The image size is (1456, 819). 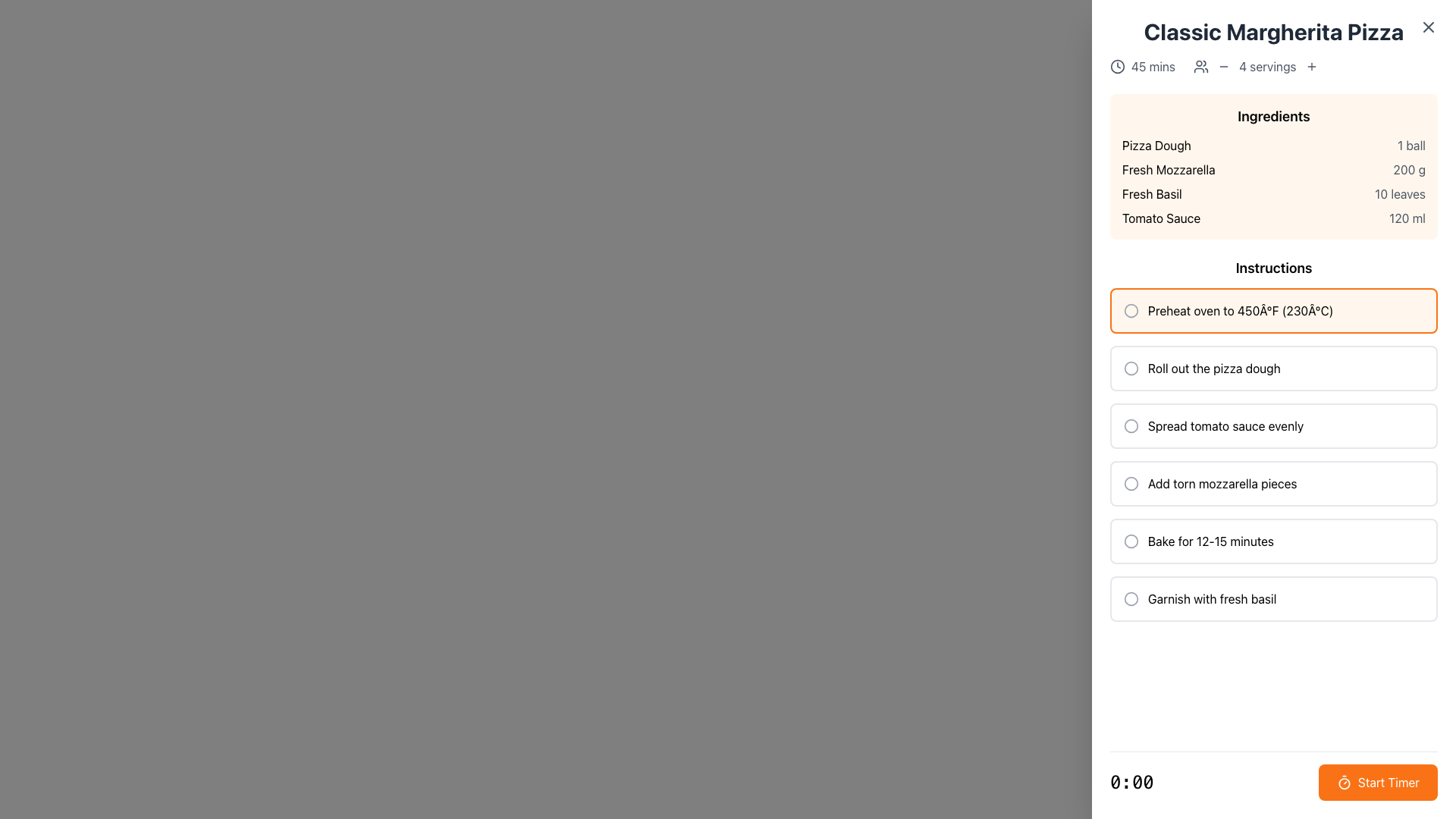 What do you see at coordinates (1131, 540) in the screenshot?
I see `fifth icon in the 'Instructions' section that indicates the status for the instruction 'Bake for 12–15 minutes'` at bounding box center [1131, 540].